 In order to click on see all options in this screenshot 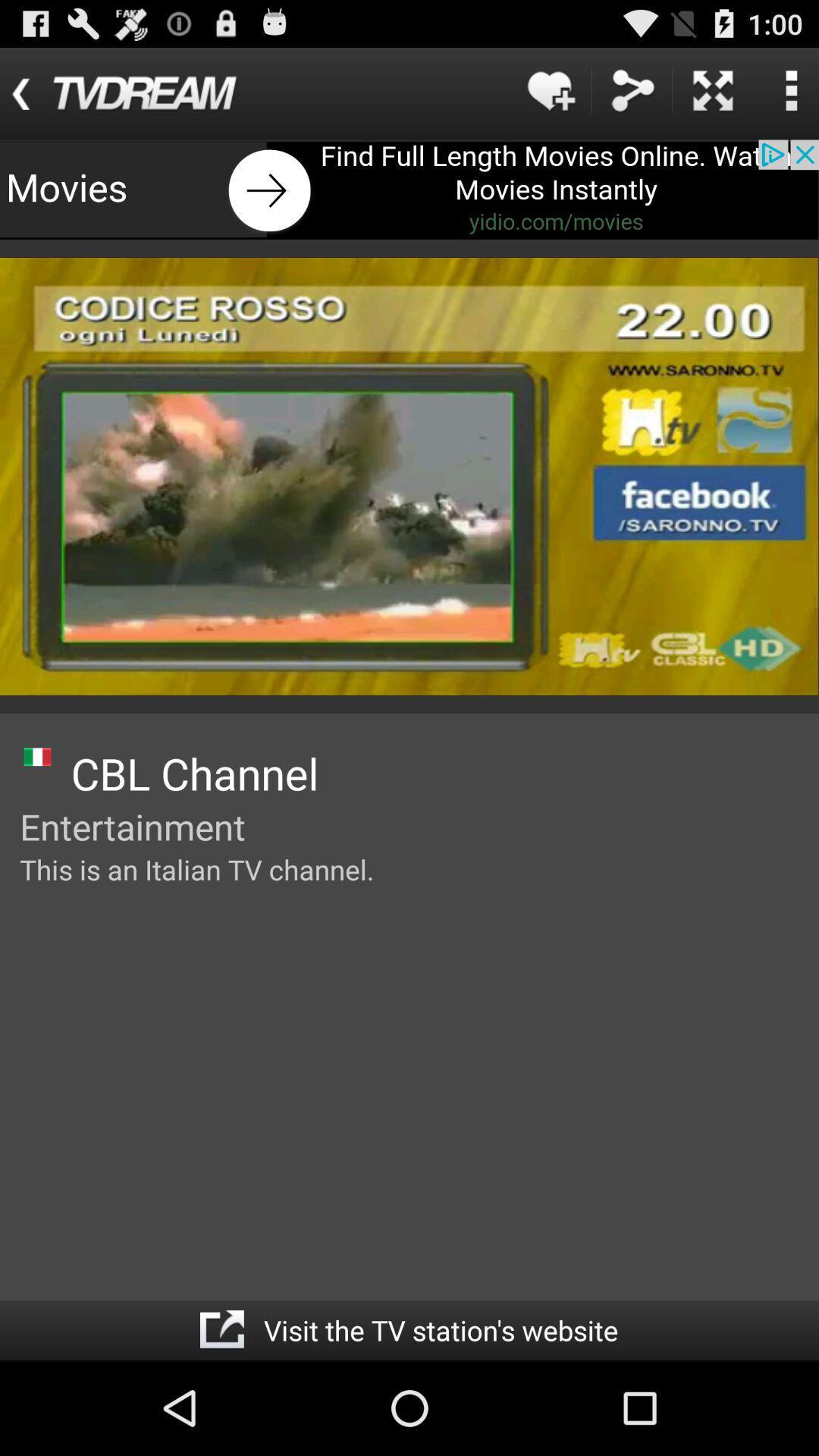, I will do `click(790, 89)`.